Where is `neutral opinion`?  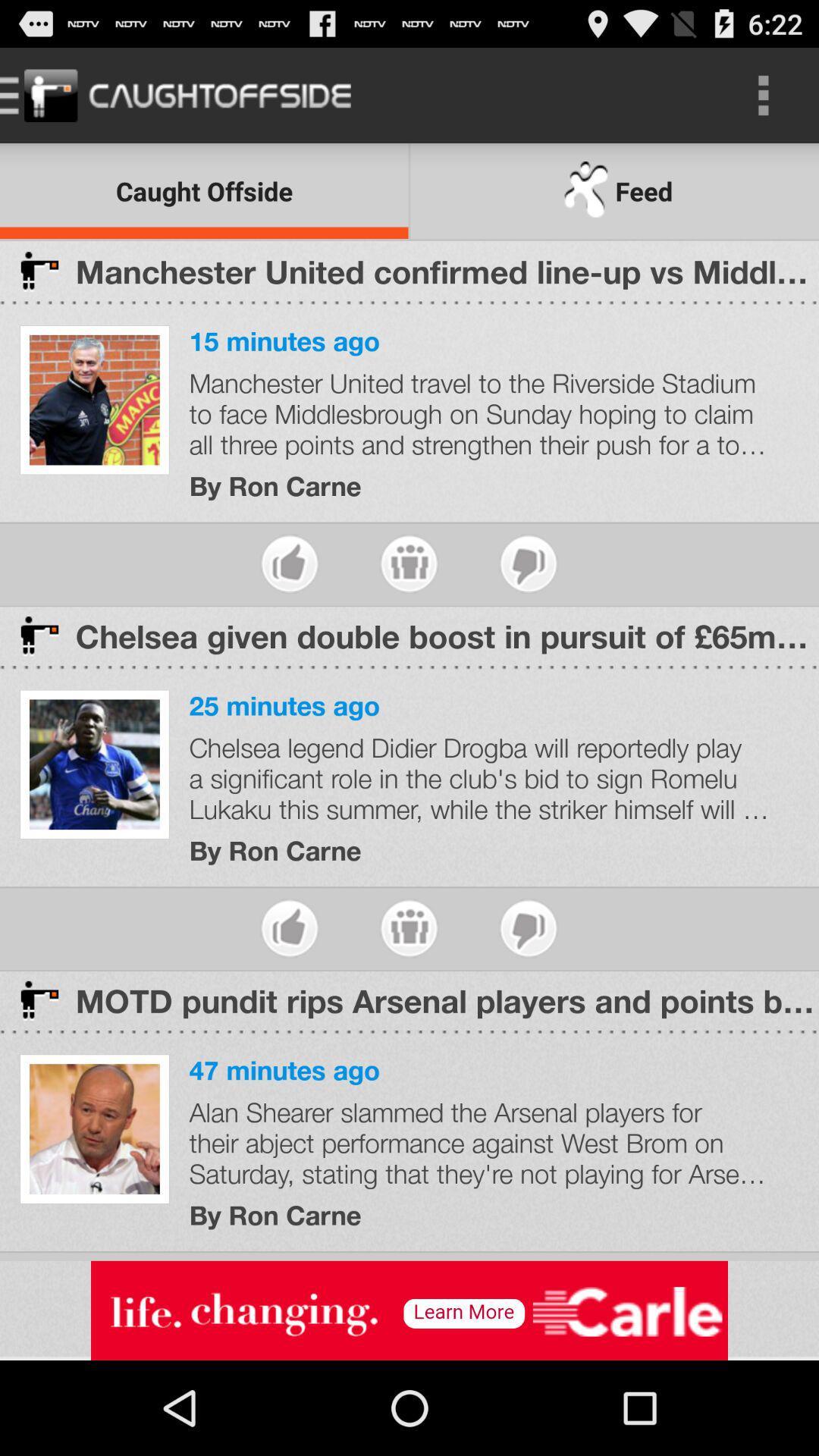
neutral opinion is located at coordinates (408, 927).